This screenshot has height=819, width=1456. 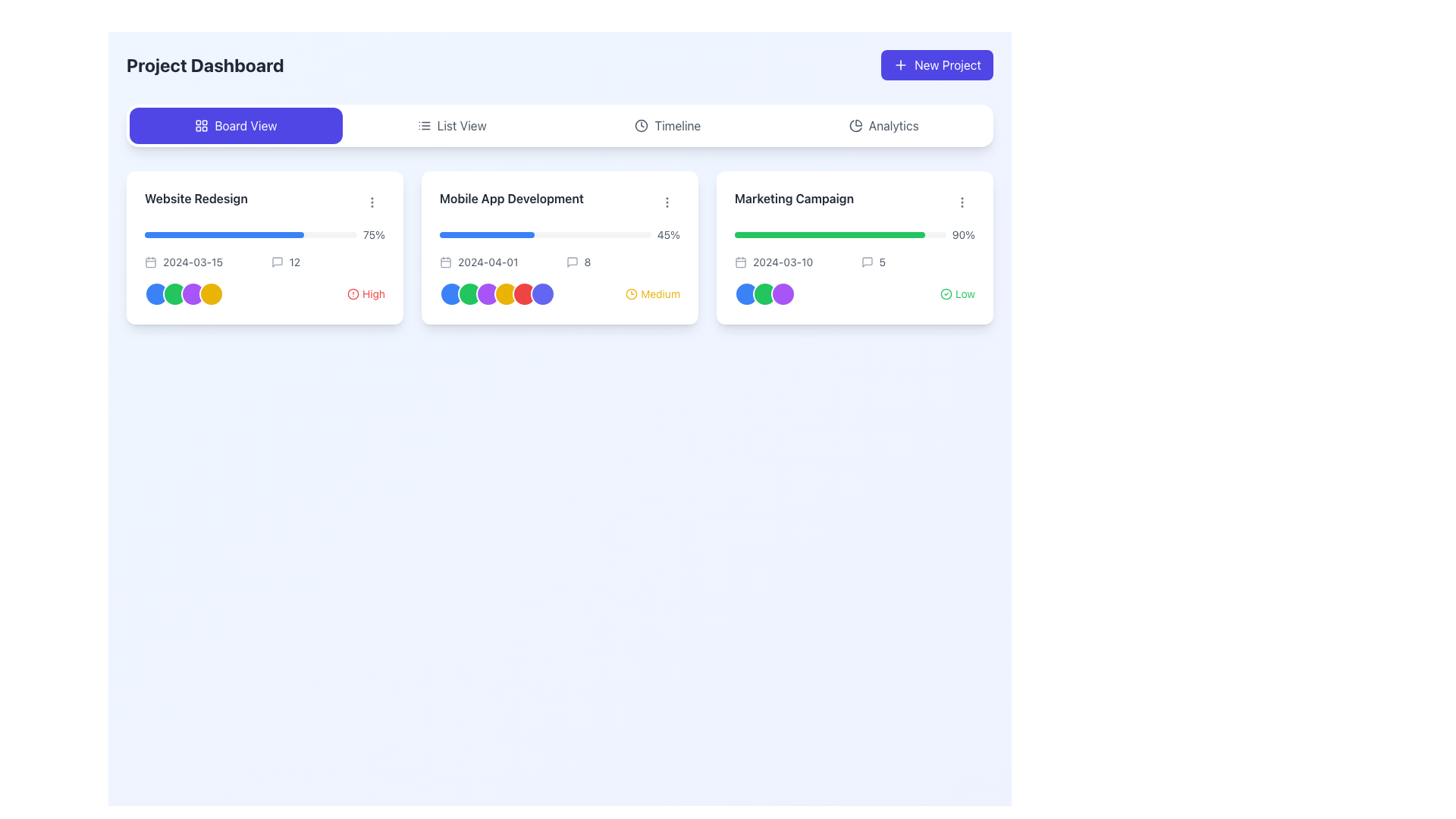 I want to click on the small monochromatic speech bubble icon located in the 'Mobile App Development' section of the dashboard, next to the numeric value '8', so click(x=571, y=262).